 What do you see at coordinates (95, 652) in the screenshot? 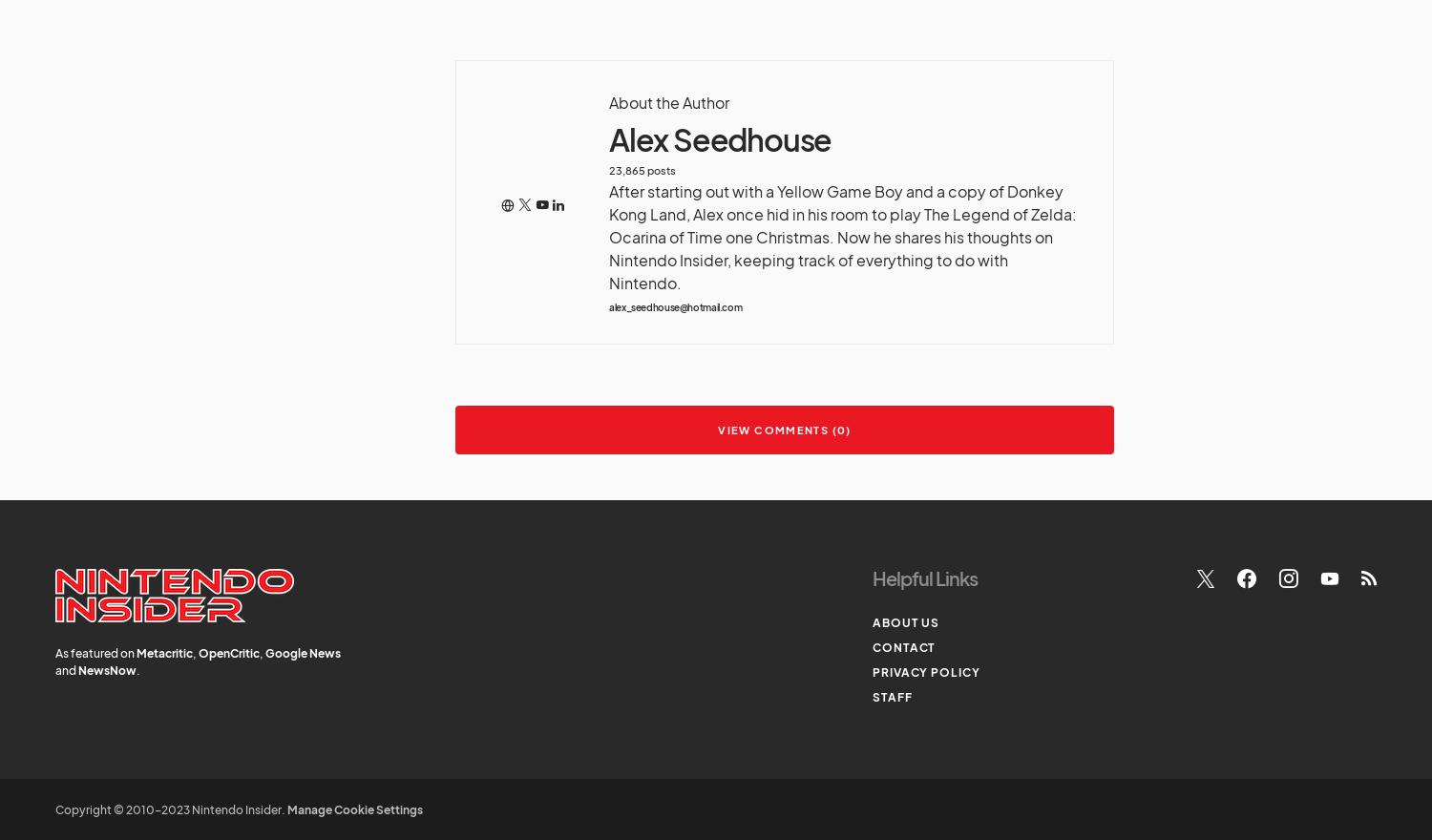
I see `'As featured on'` at bounding box center [95, 652].